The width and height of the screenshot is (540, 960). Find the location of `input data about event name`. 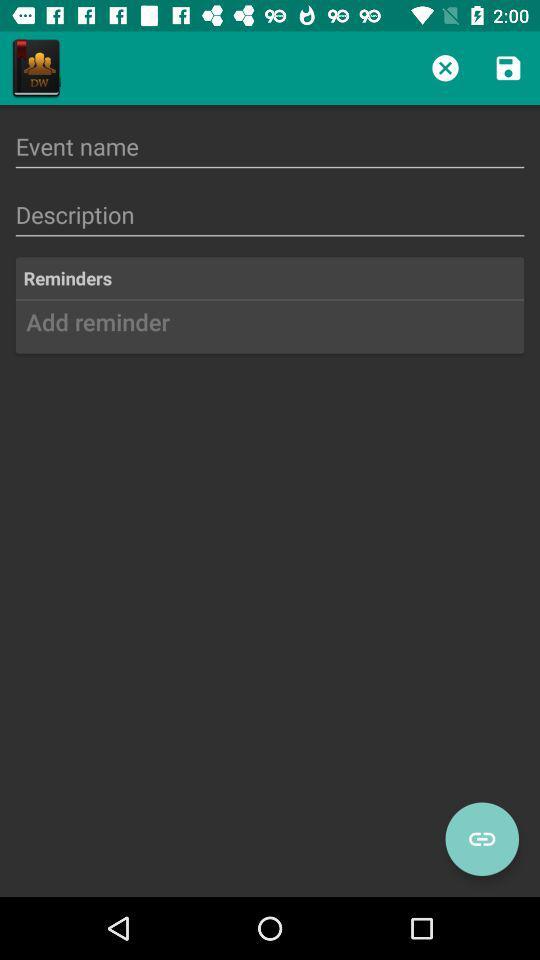

input data about event name is located at coordinates (270, 145).